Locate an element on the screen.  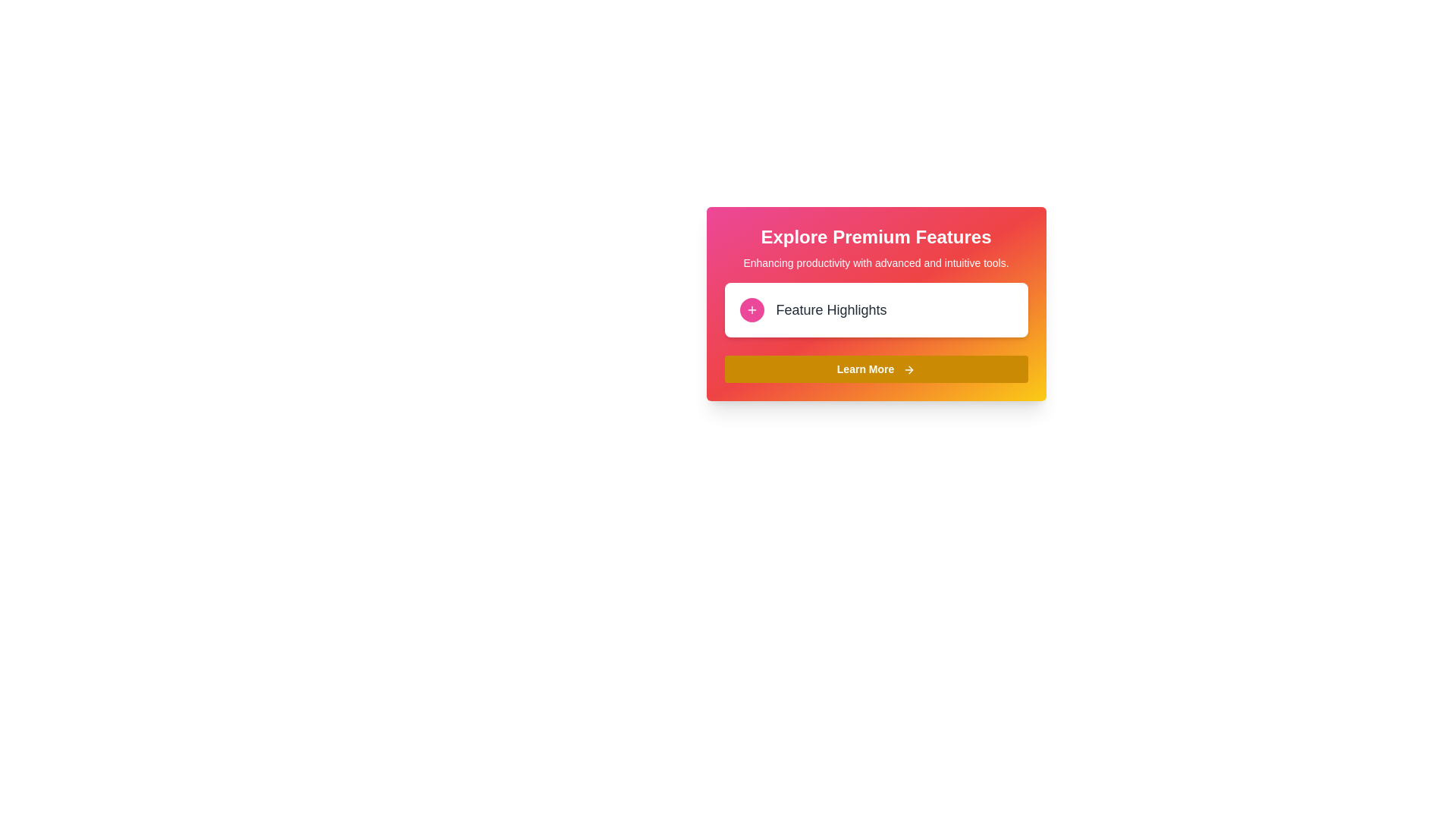
the text label that introduces or highlights a specific feature section, located directly to the right of a pink circular button with a white plus sign and below the 'Explore Premium Features' heading is located at coordinates (830, 309).